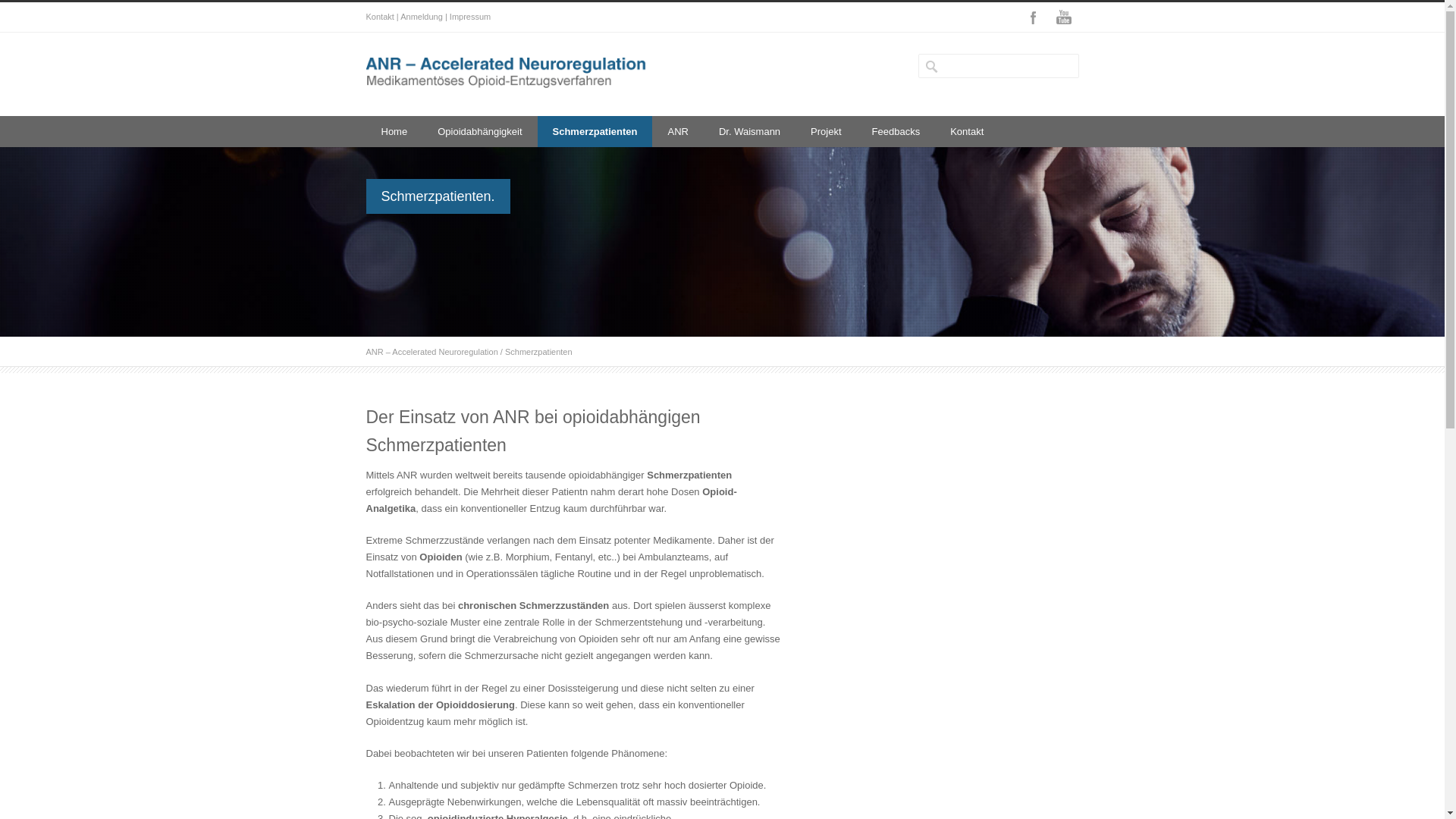 The height and width of the screenshot is (819, 1456). What do you see at coordinates (749, 130) in the screenshot?
I see `'Dr. Waismann'` at bounding box center [749, 130].